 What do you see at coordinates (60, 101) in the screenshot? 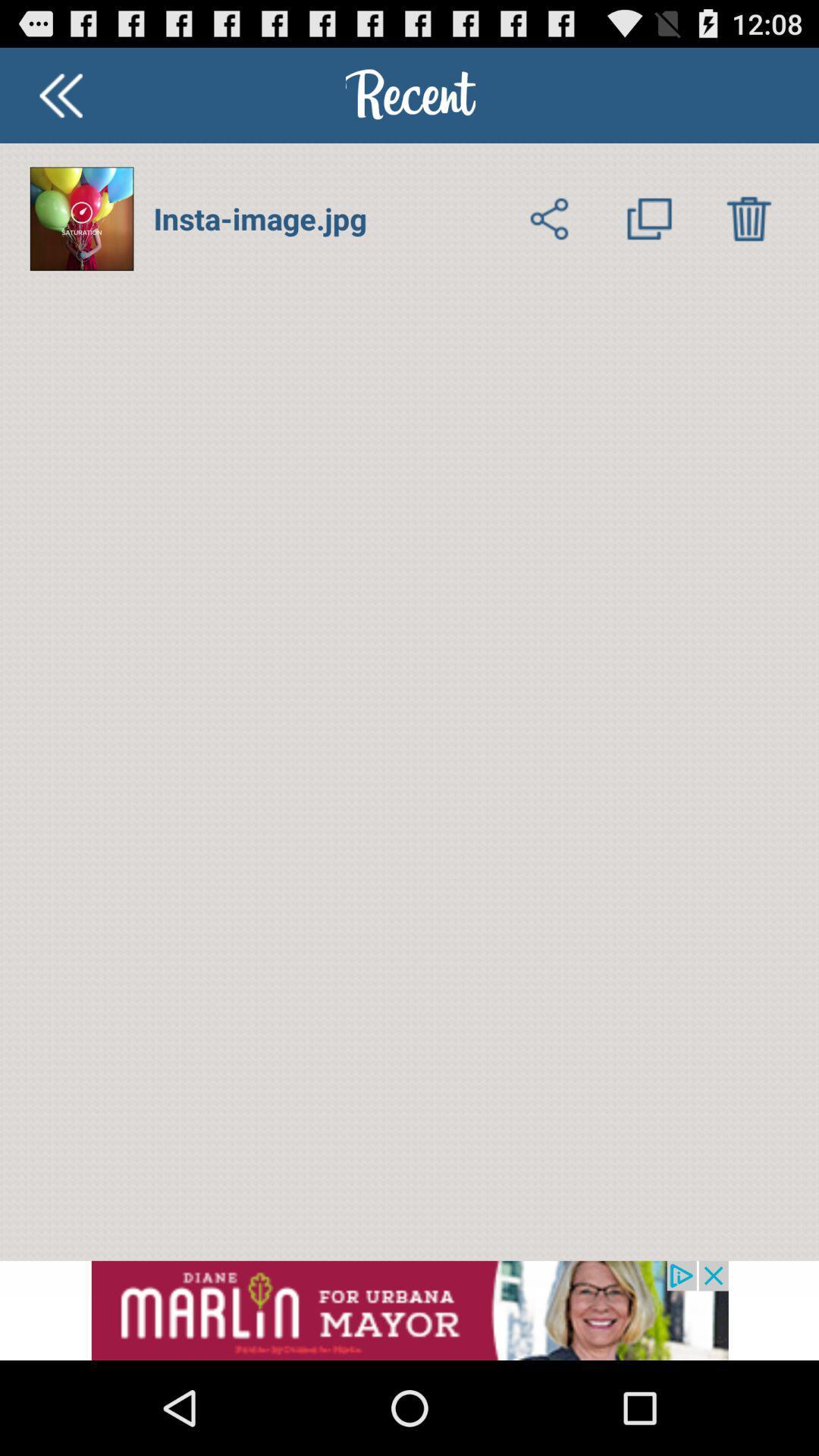
I see `the av_rewind icon` at bounding box center [60, 101].